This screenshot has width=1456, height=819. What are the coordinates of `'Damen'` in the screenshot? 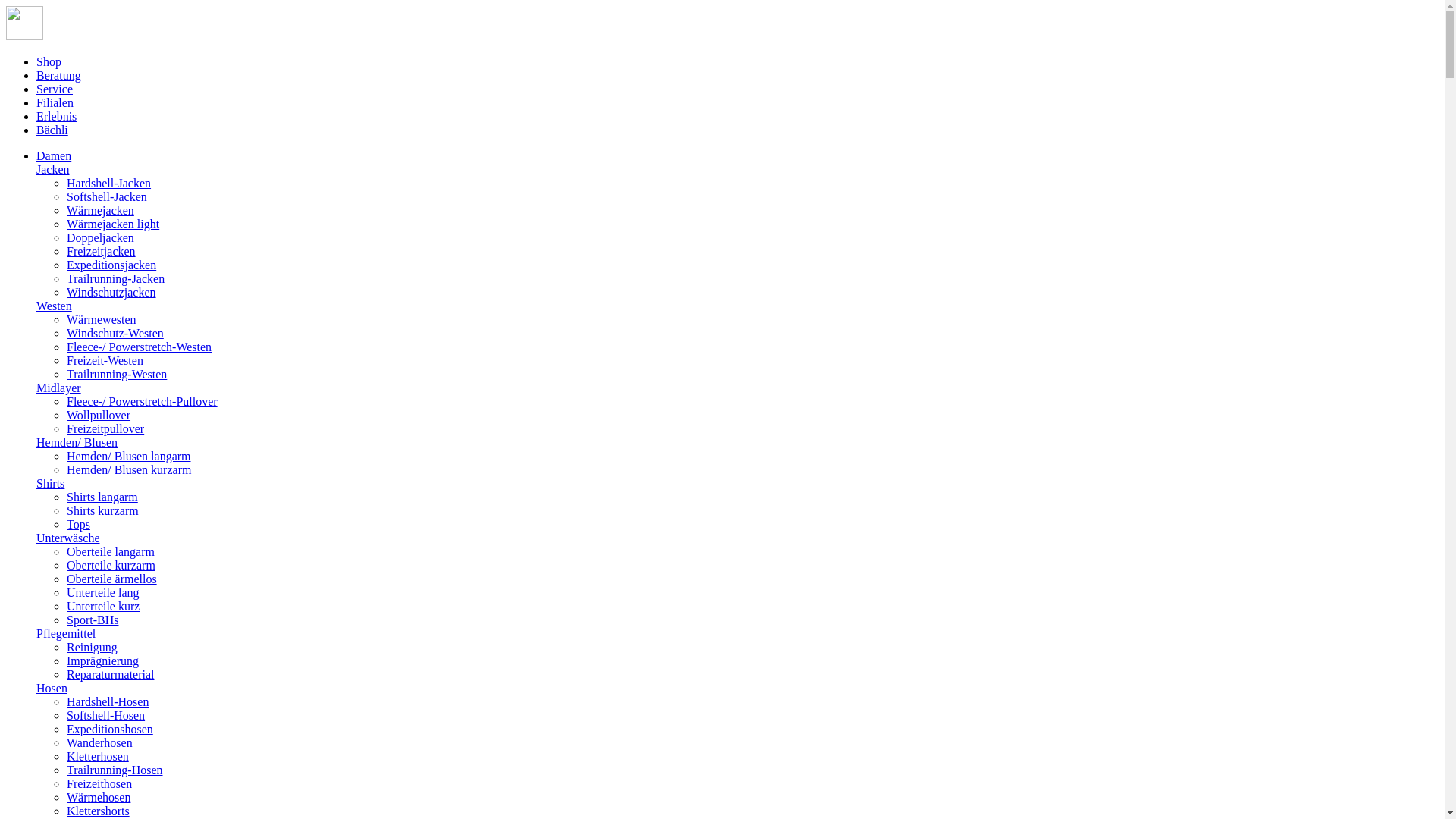 It's located at (54, 155).